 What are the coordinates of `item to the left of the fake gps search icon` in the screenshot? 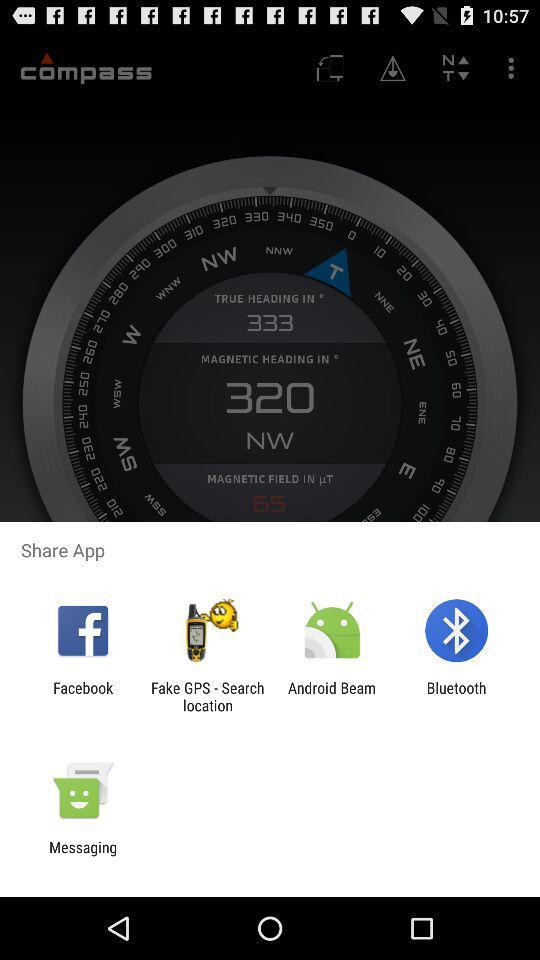 It's located at (82, 696).